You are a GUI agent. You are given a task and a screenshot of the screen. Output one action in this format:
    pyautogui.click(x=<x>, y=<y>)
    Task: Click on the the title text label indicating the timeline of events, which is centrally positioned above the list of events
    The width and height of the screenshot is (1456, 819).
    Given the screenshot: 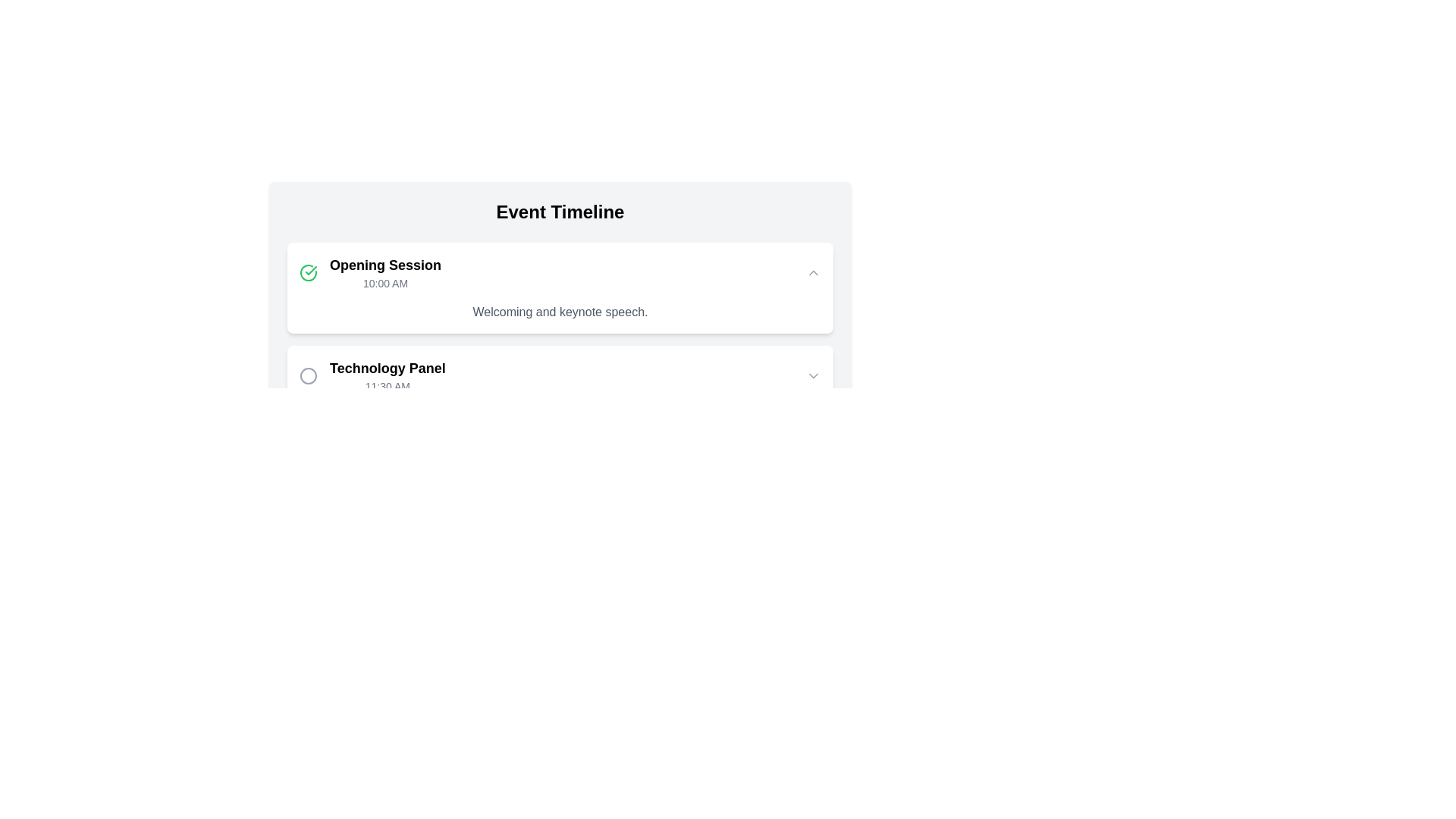 What is the action you would take?
    pyautogui.click(x=560, y=212)
    